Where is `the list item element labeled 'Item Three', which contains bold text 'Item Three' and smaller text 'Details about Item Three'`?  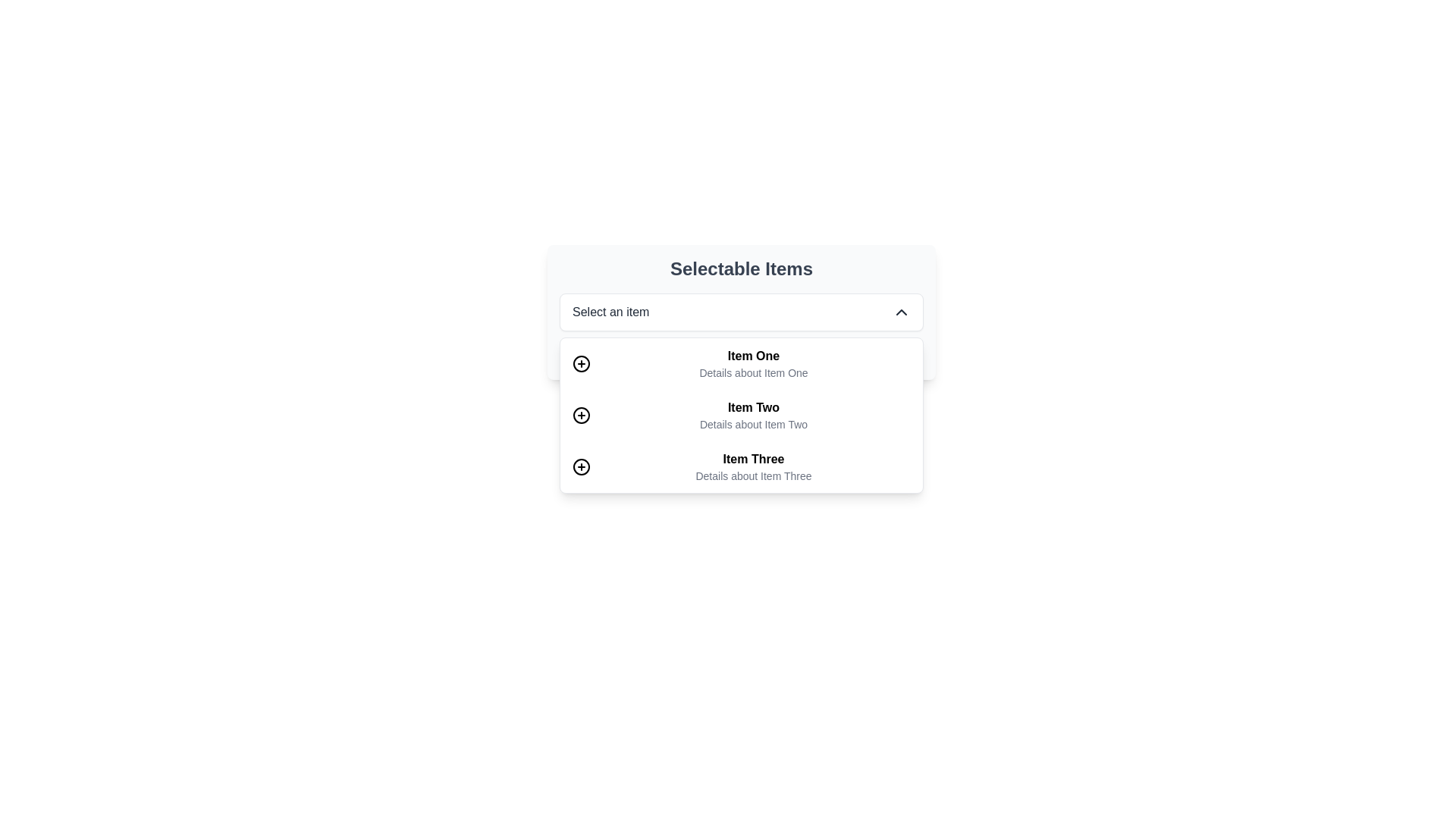 the list item element labeled 'Item Three', which contains bold text 'Item Three' and smaller text 'Details about Item Three' is located at coordinates (753, 466).